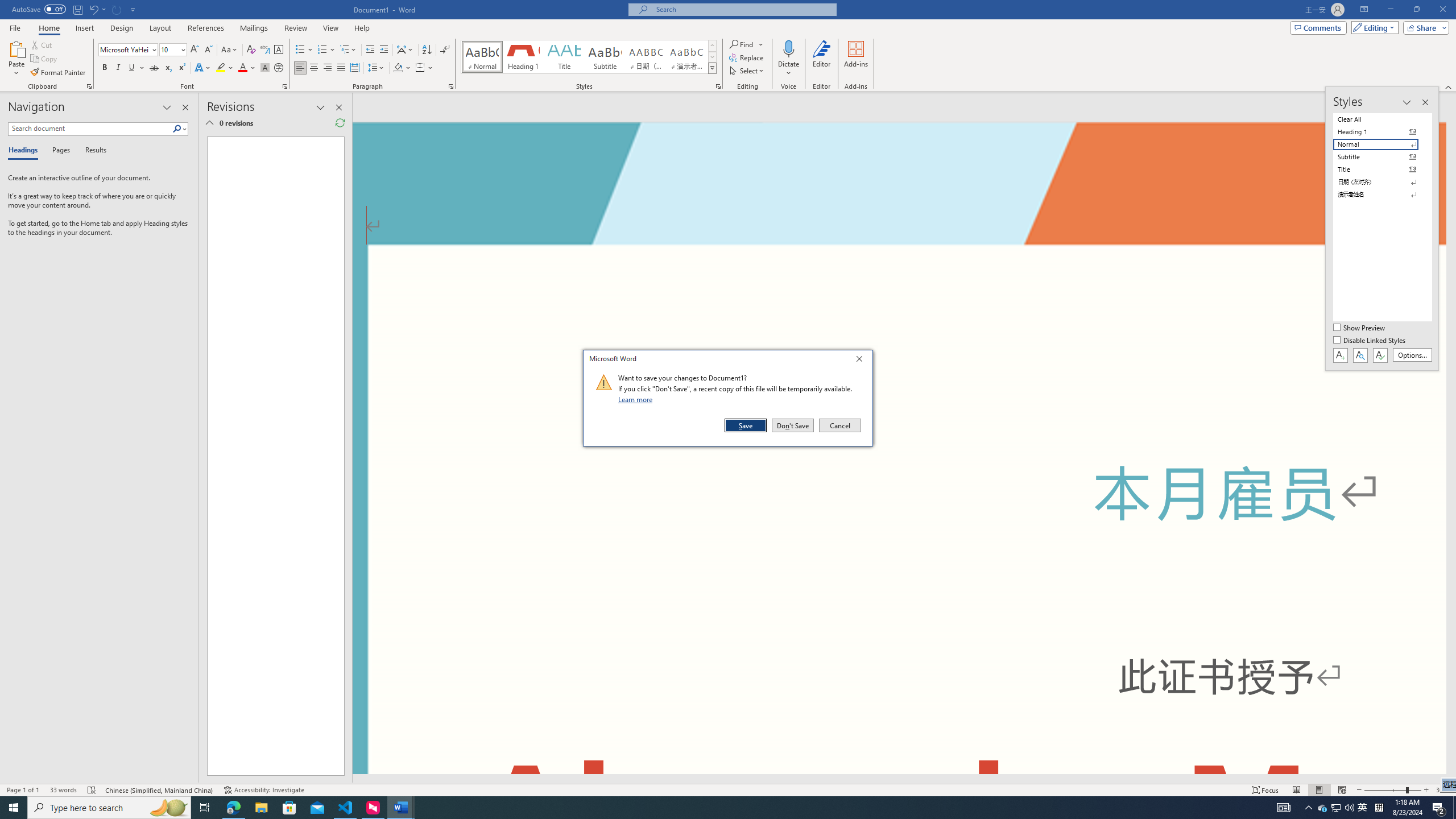  What do you see at coordinates (747, 56) in the screenshot?
I see `'Replace...'` at bounding box center [747, 56].